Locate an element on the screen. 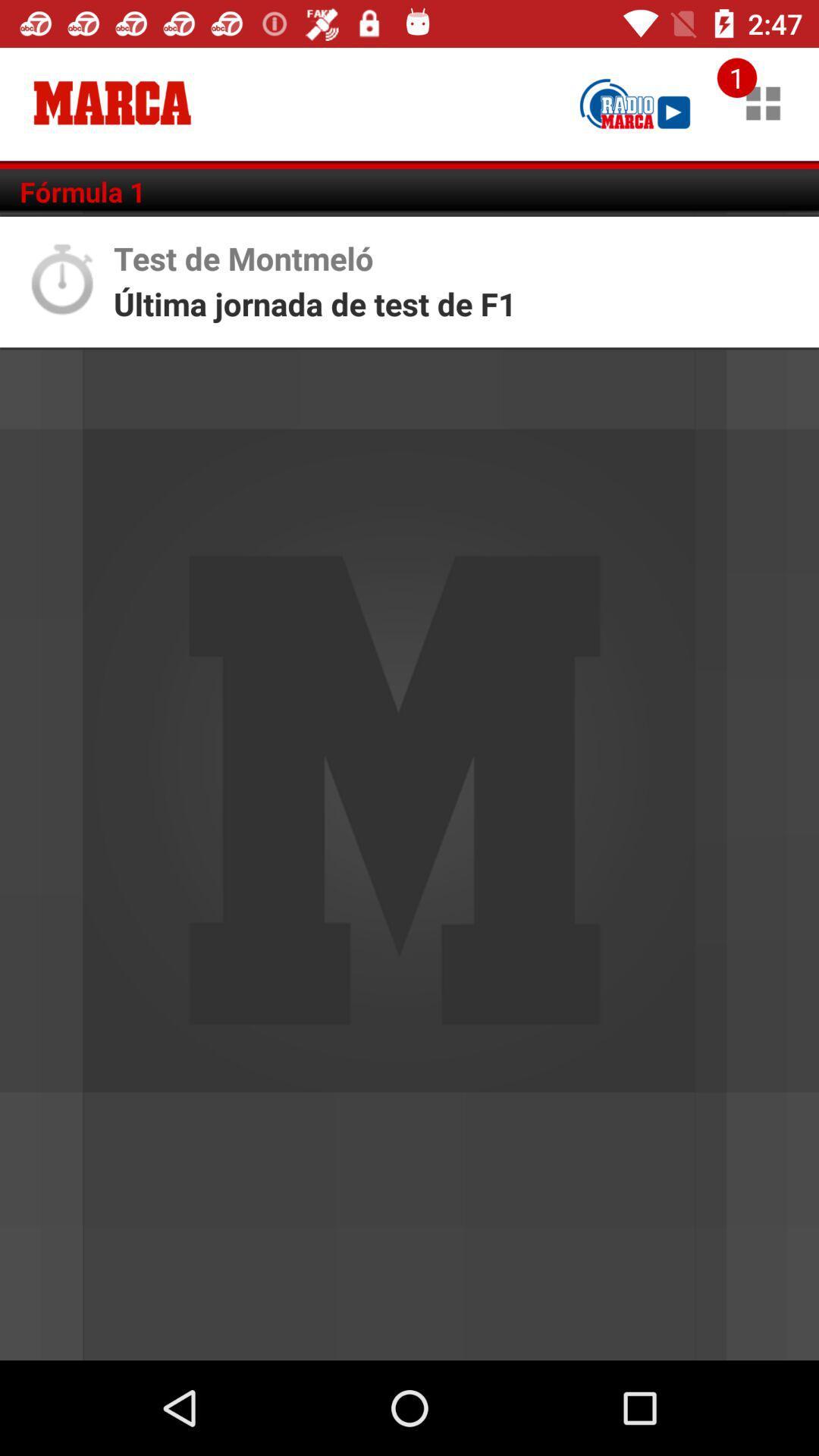 The image size is (819, 1456). open notifications is located at coordinates (763, 102).